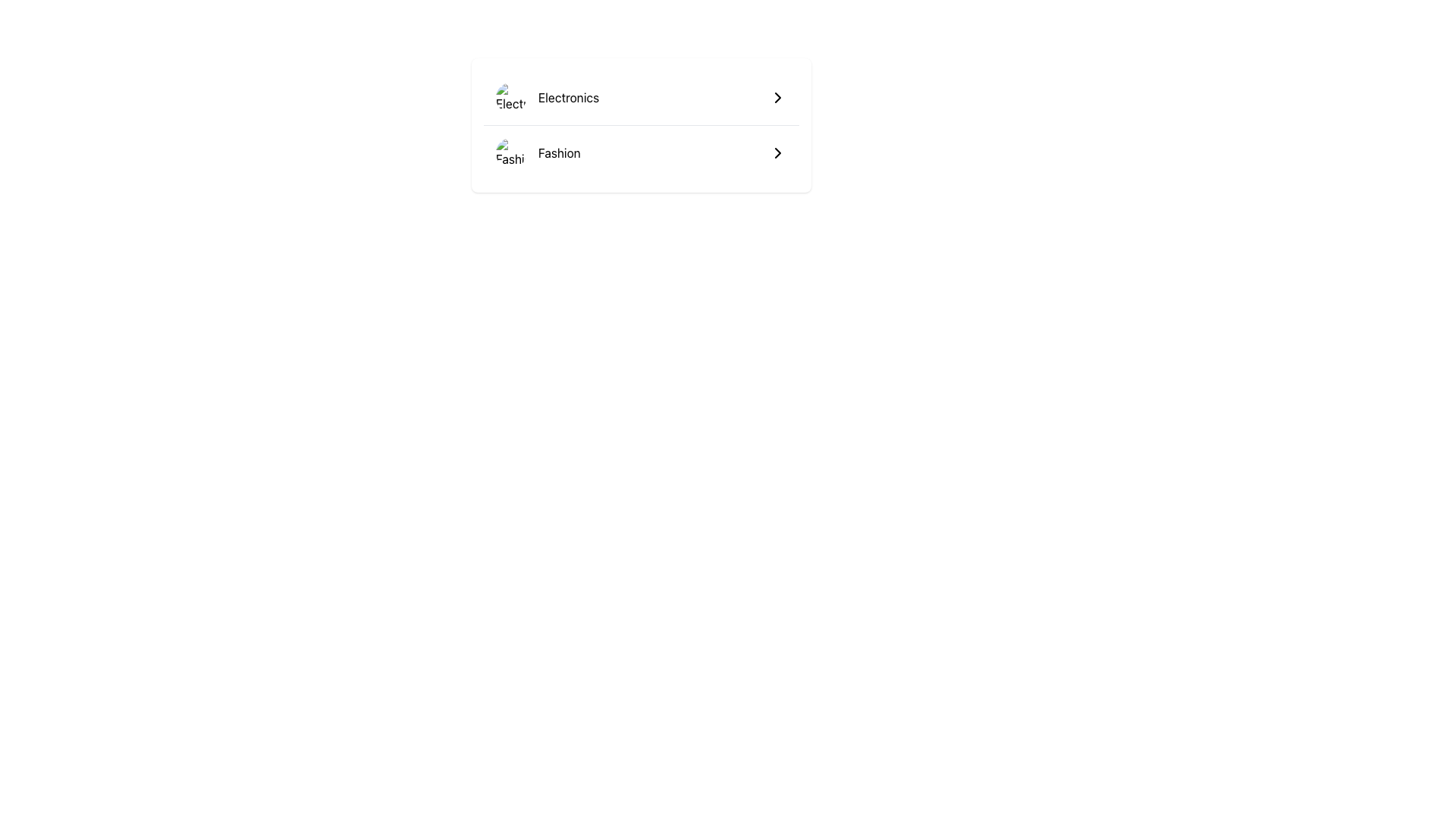 The height and width of the screenshot is (819, 1456). What do you see at coordinates (641, 97) in the screenshot?
I see `the first menu item in the vertical list` at bounding box center [641, 97].